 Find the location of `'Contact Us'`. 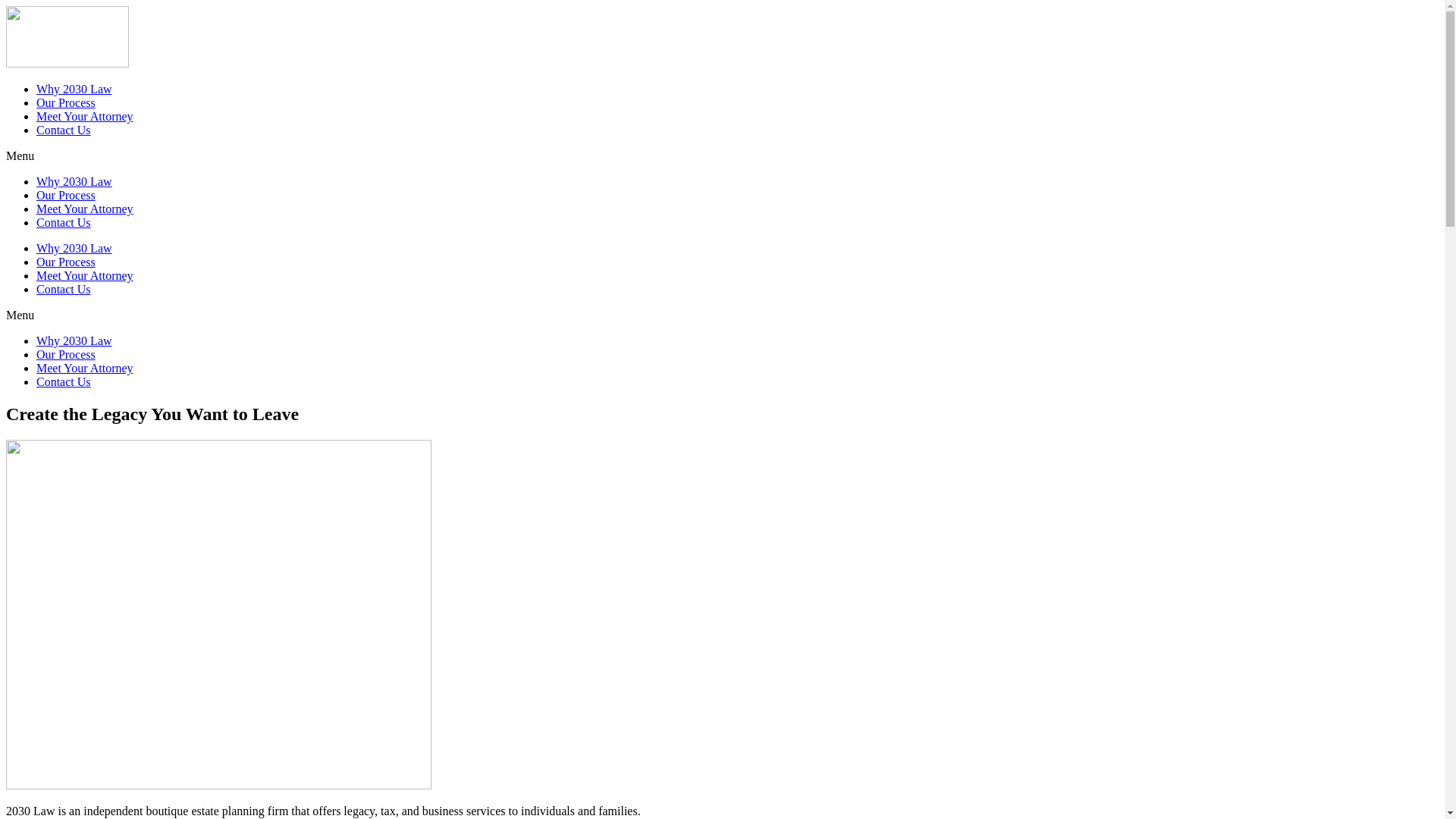

'Contact Us' is located at coordinates (36, 381).